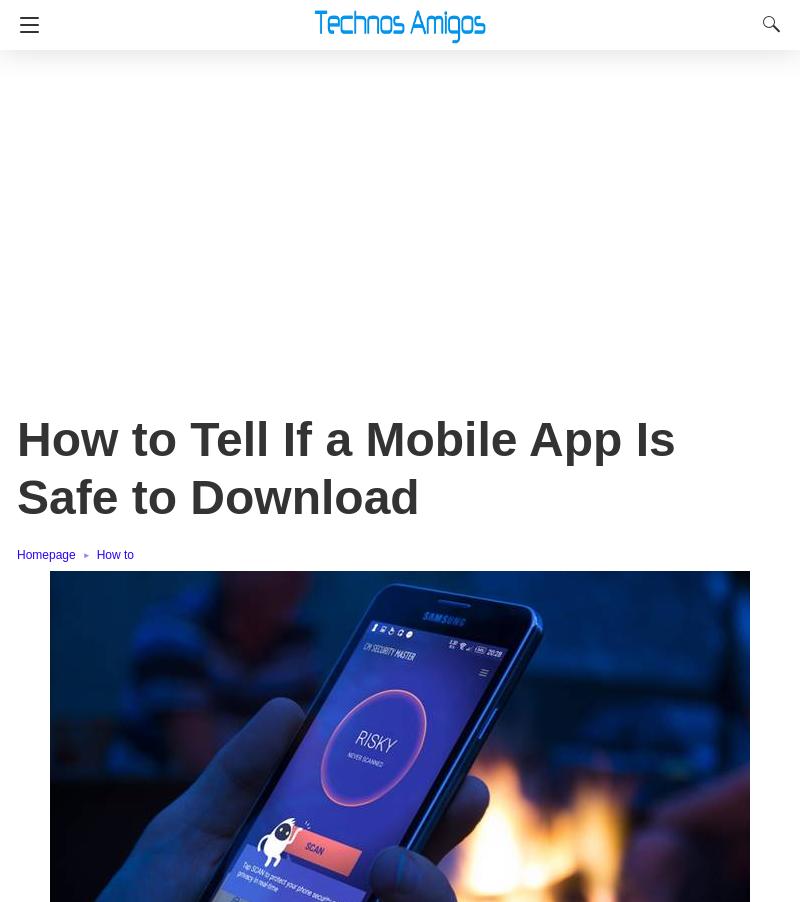 The width and height of the screenshot is (800, 902). Describe the element at coordinates (170, 473) in the screenshot. I see `'Access to phone contacts'` at that location.